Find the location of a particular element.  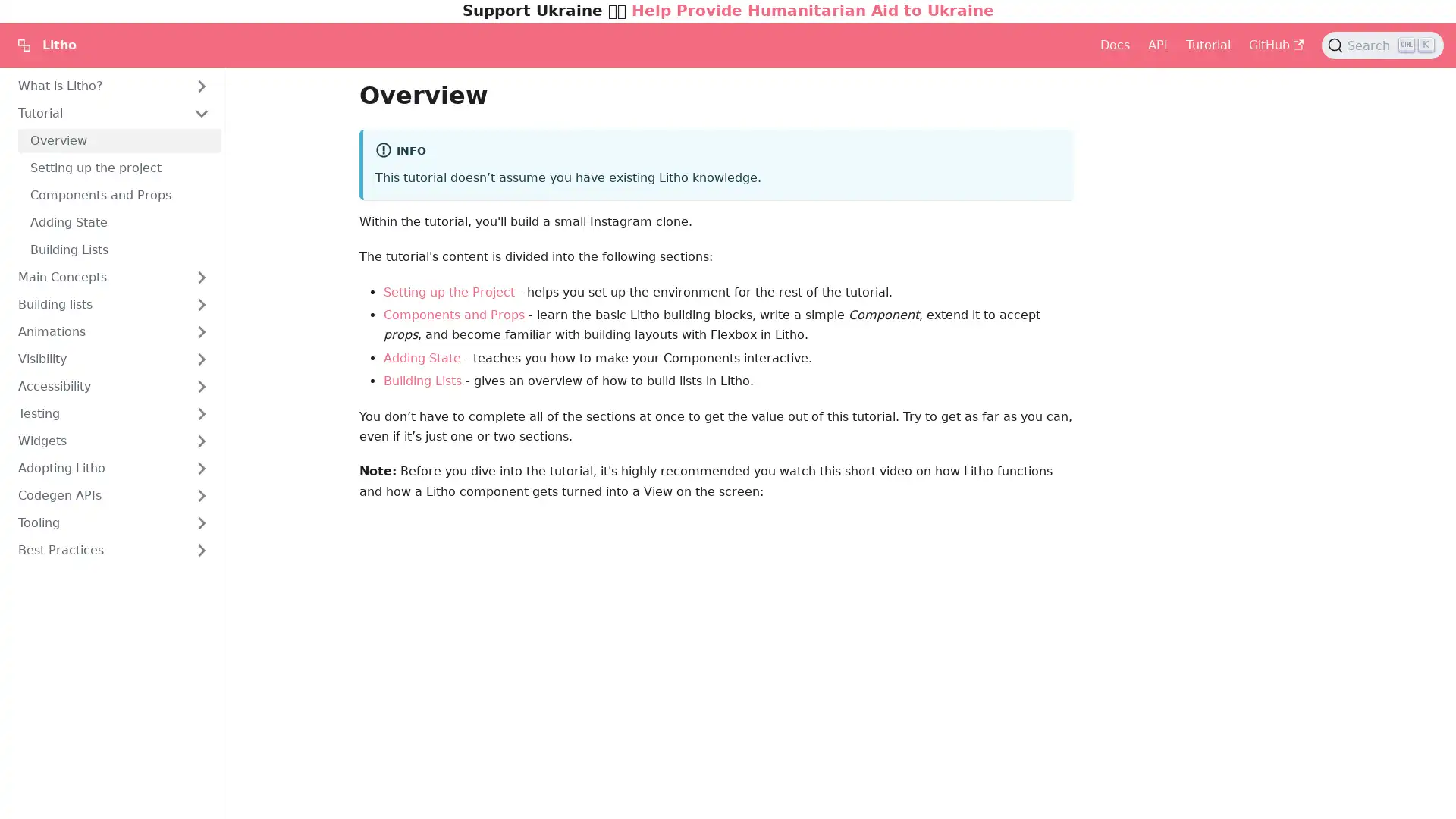

Search is located at coordinates (1382, 45).